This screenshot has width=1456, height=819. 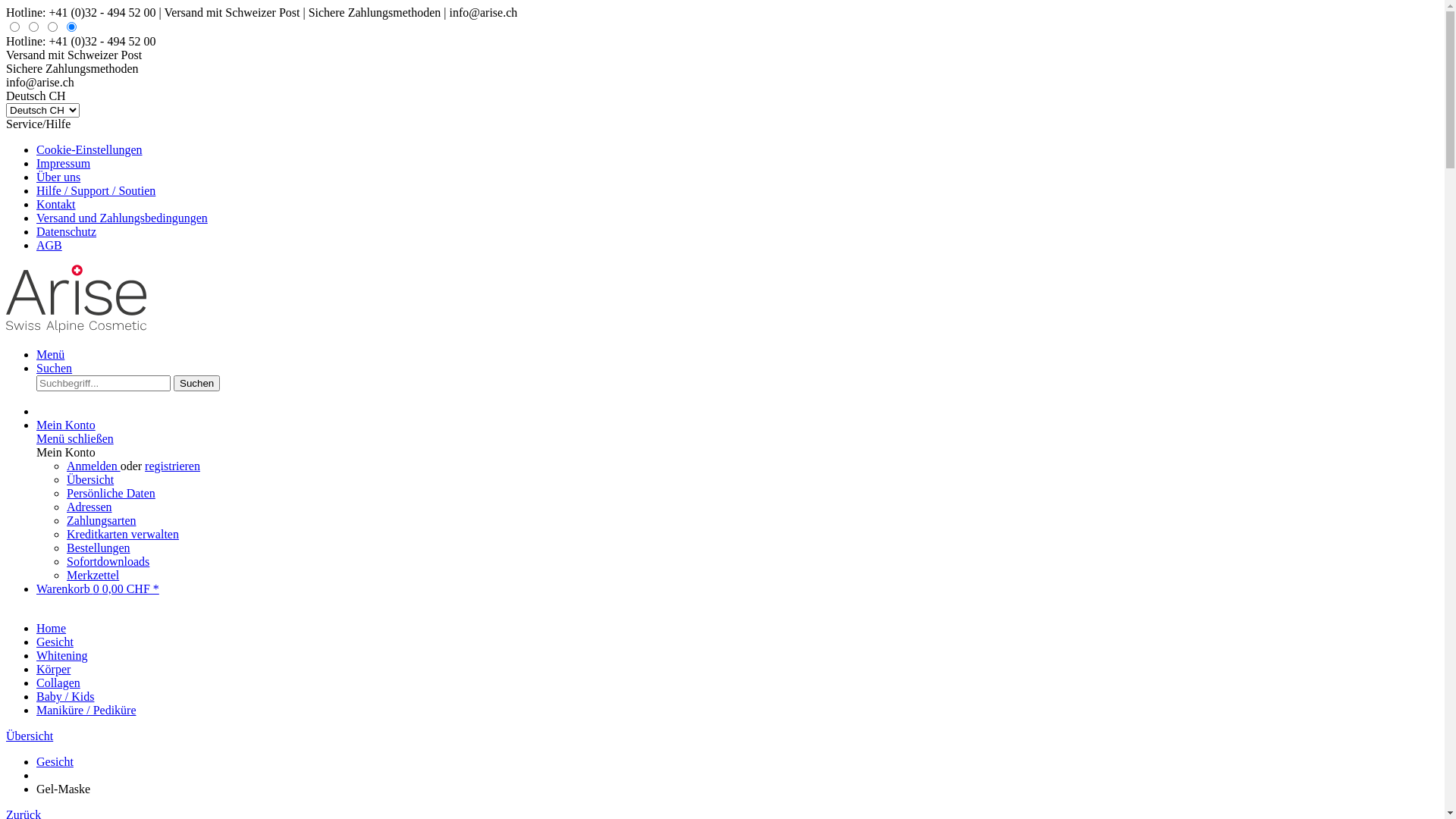 I want to click on 'Hilfe / Support / Soutien', so click(x=95, y=190).